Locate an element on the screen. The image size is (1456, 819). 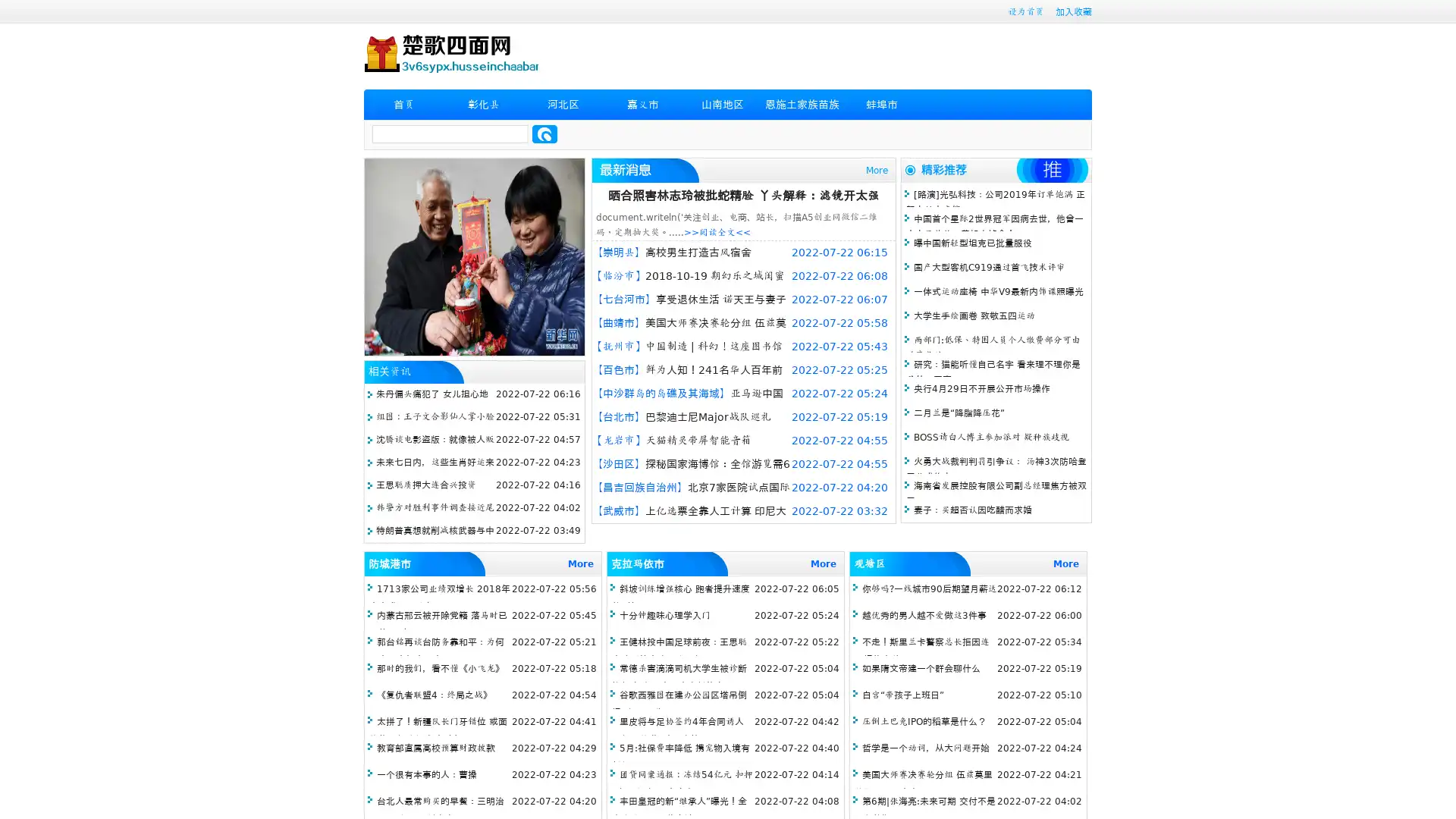
Search is located at coordinates (544, 133).